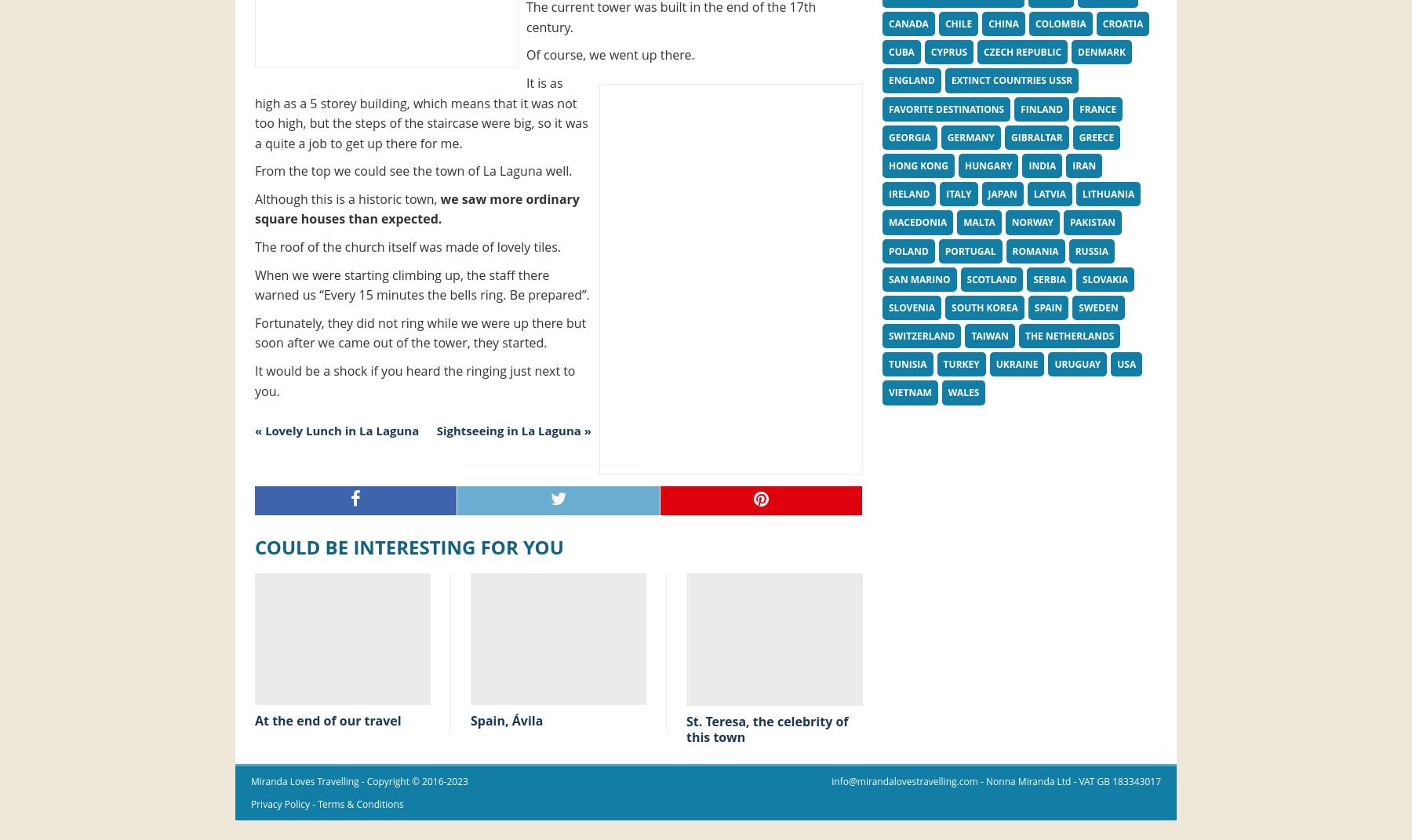 The image size is (1412, 840). I want to click on 'It is as high as a 5 storey building, which means that it was not too high, but the steps of the staircase were big, so it was a quite a job to get up there for me.', so click(420, 112).